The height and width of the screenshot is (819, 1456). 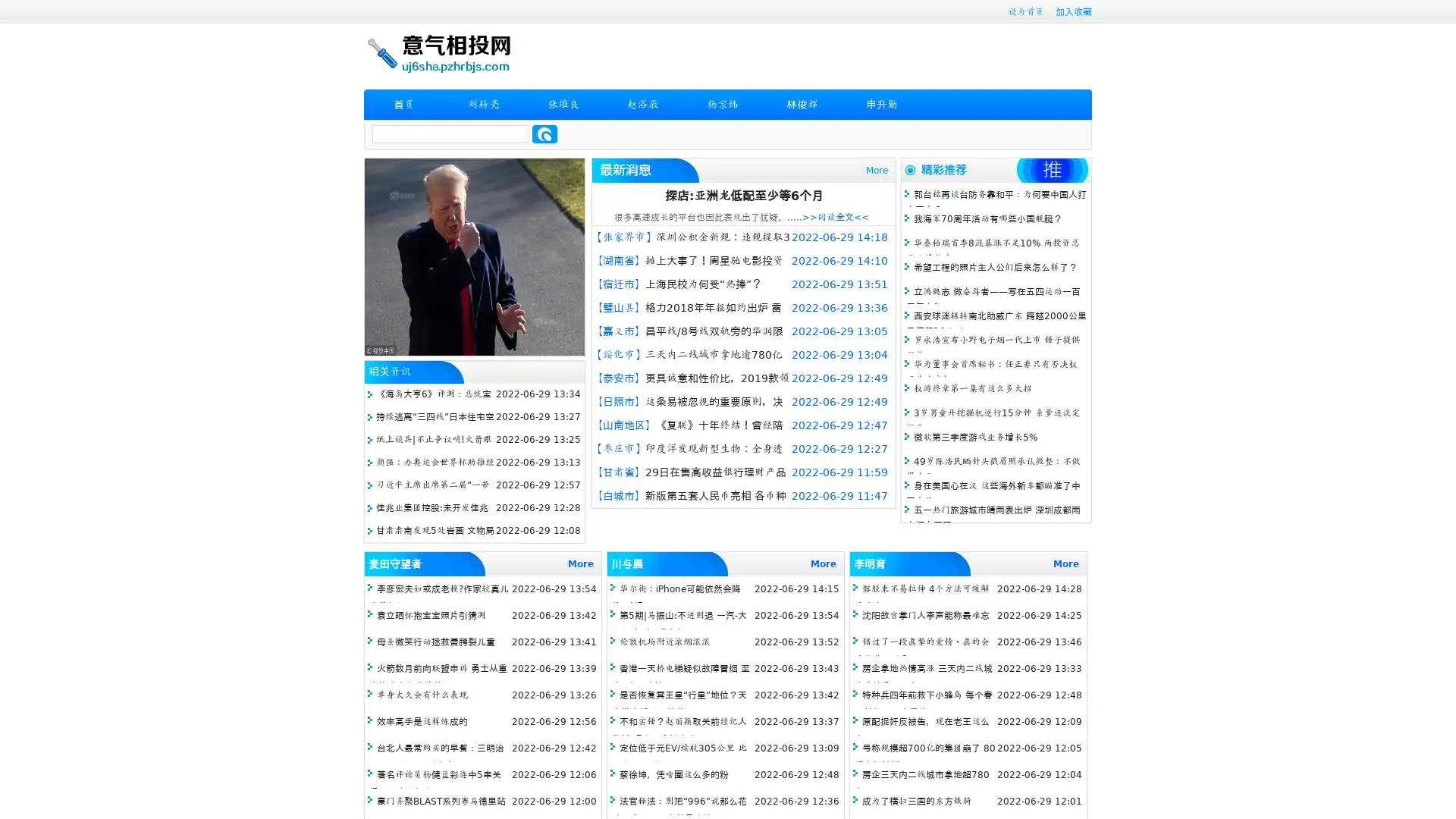 I want to click on Search, so click(x=544, y=133).